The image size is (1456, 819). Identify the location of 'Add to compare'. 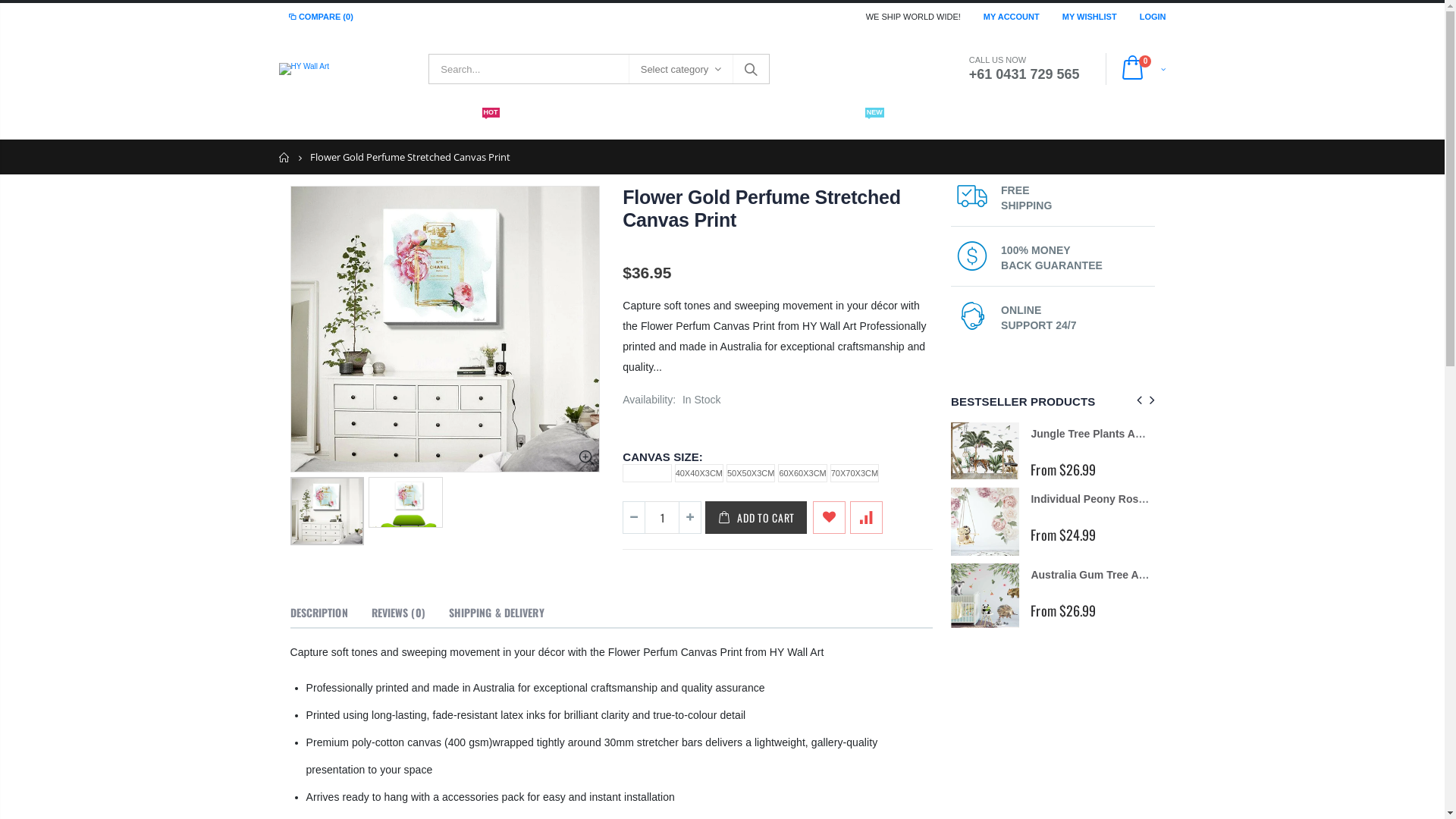
(850, 516).